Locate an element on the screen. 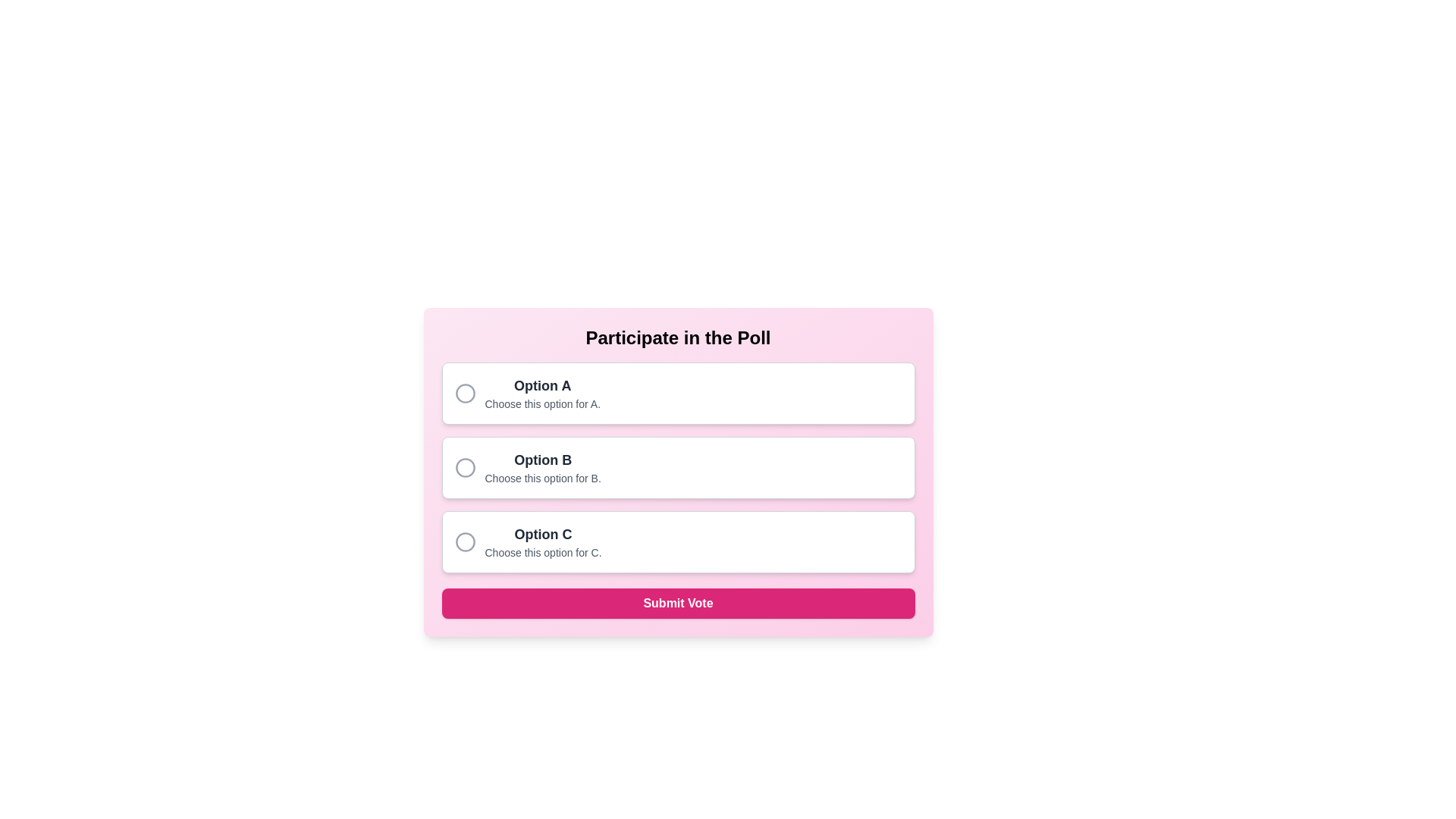 This screenshot has height=819, width=1456. the selectable card option labeled 'Option B' is located at coordinates (677, 467).